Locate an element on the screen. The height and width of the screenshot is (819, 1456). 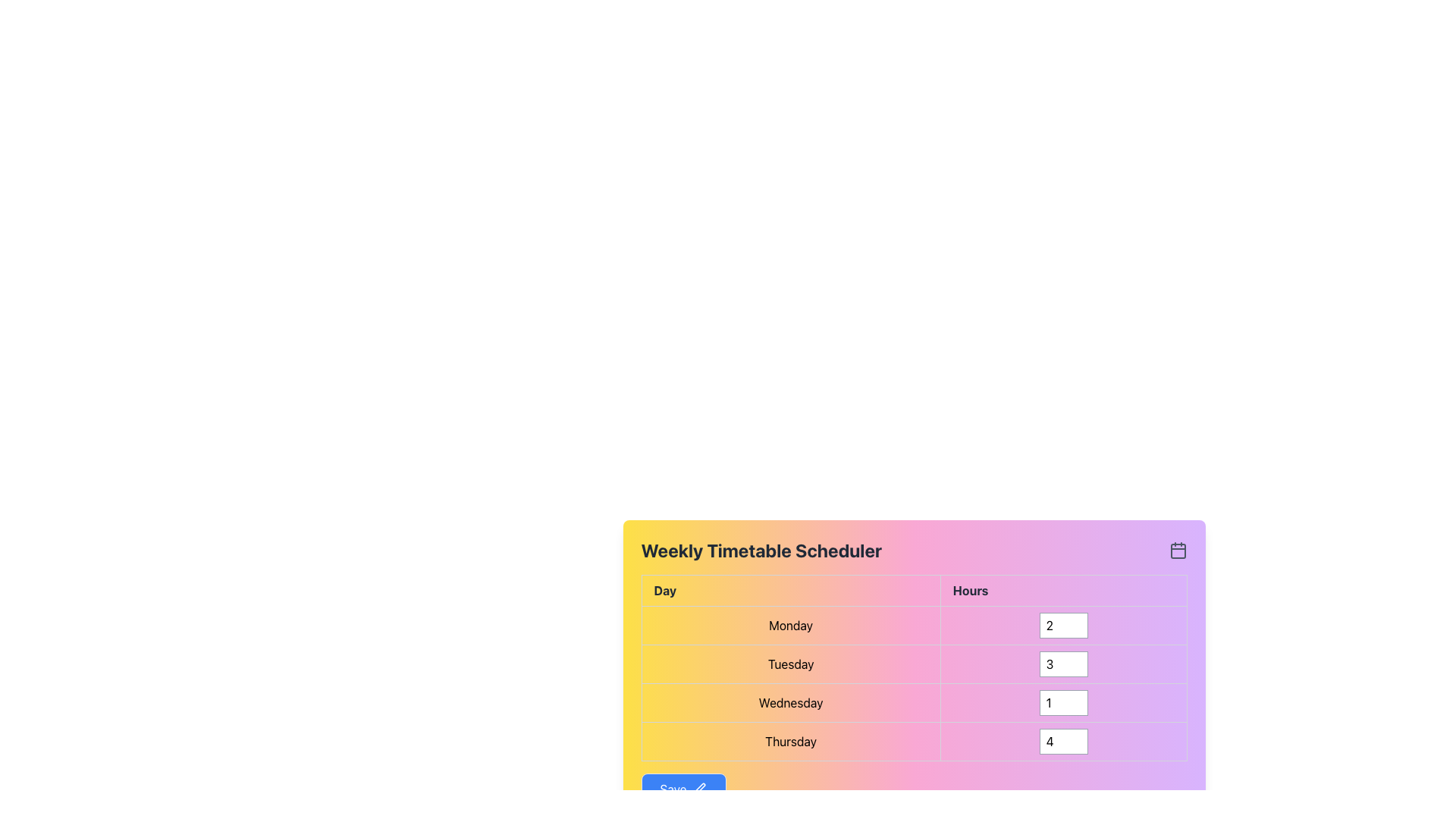
the Table Cell displaying 'Tuesday' in bold text, located in the second row of the table under the 'Day' column is located at coordinates (790, 663).